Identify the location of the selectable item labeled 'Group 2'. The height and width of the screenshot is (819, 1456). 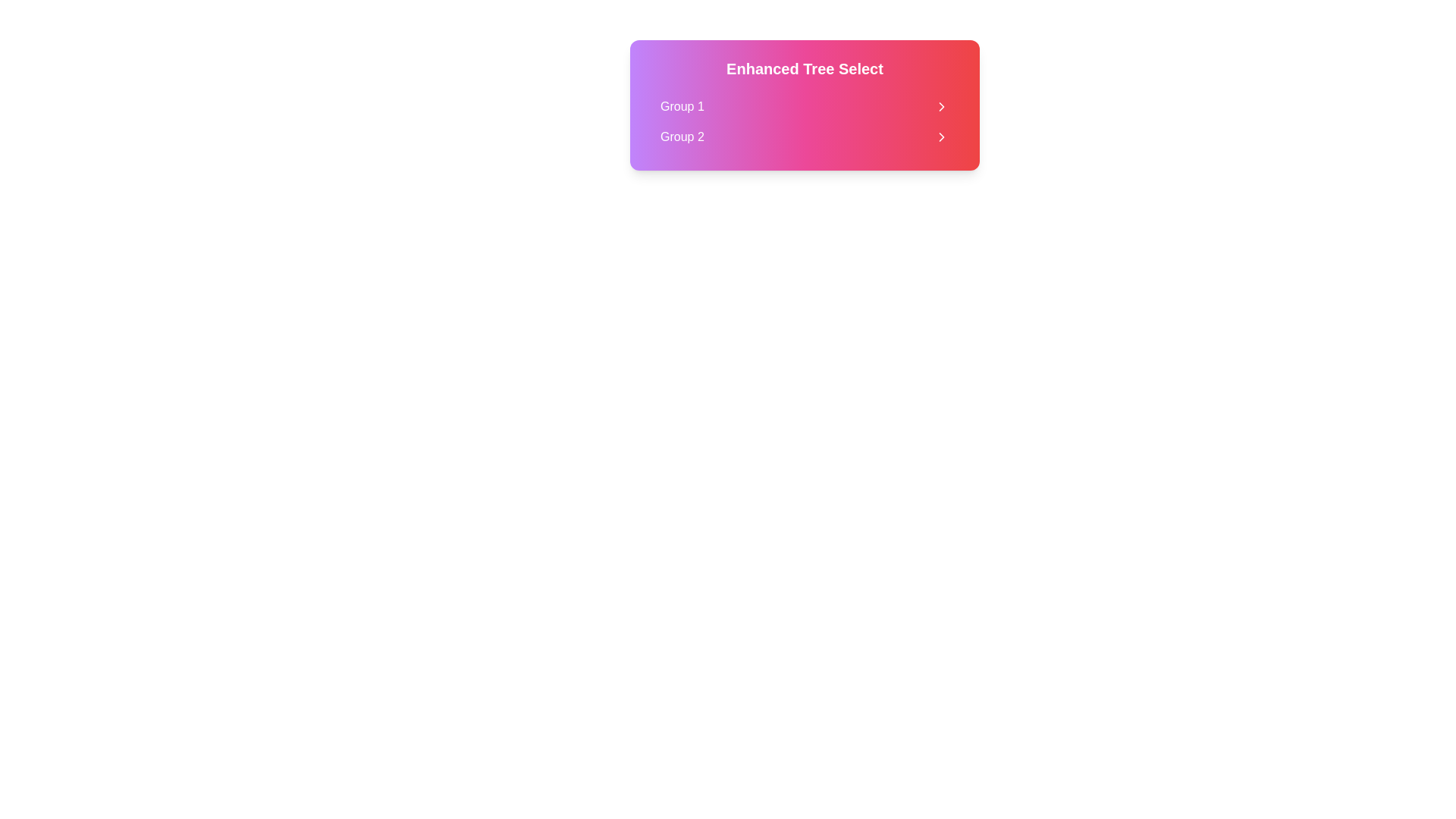
(804, 137).